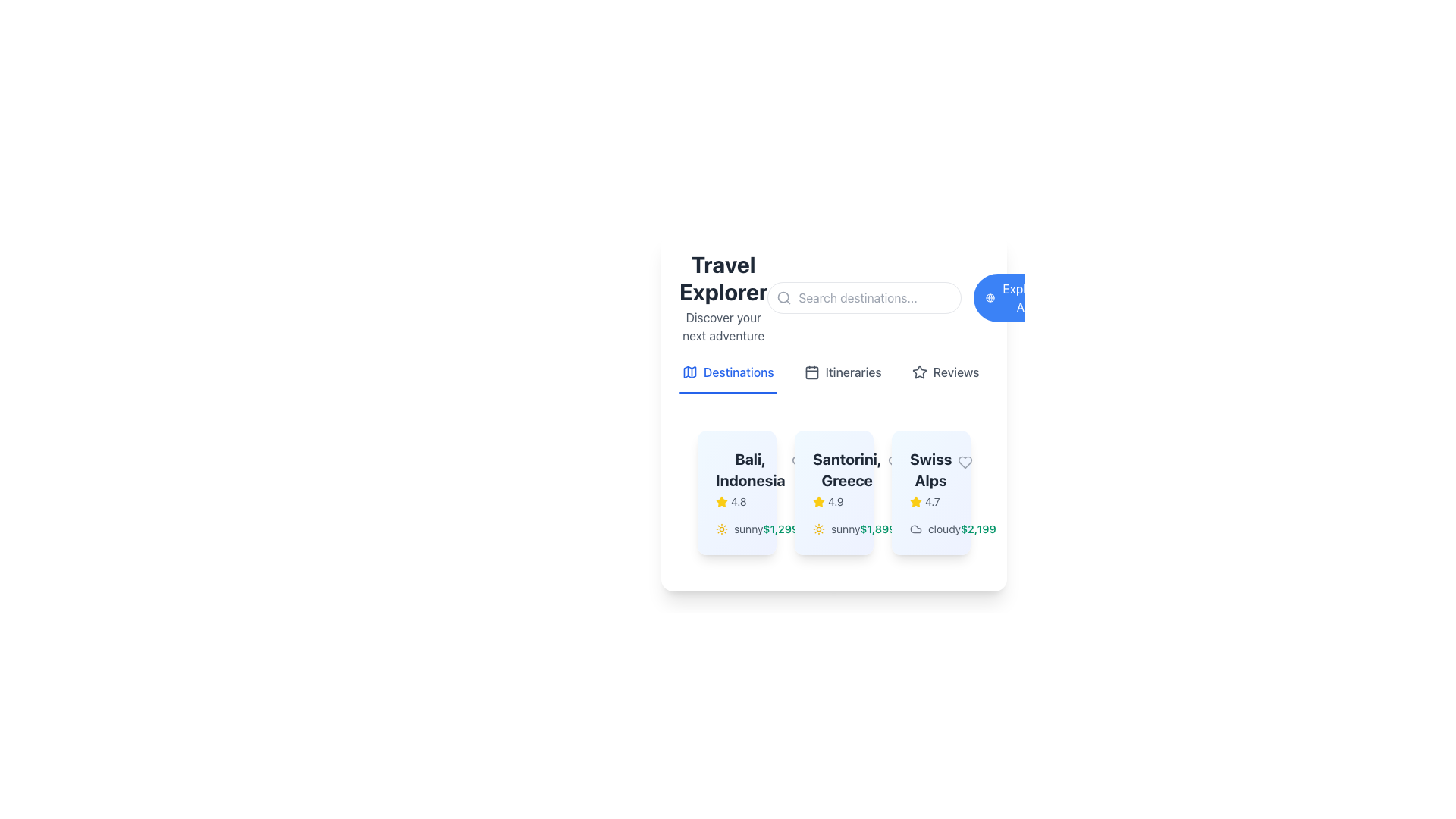 This screenshot has width=1456, height=819. What do you see at coordinates (918, 372) in the screenshot?
I see `the star-shaped icon located to the left of the text 'Reviews' in the horizontal menu group` at bounding box center [918, 372].